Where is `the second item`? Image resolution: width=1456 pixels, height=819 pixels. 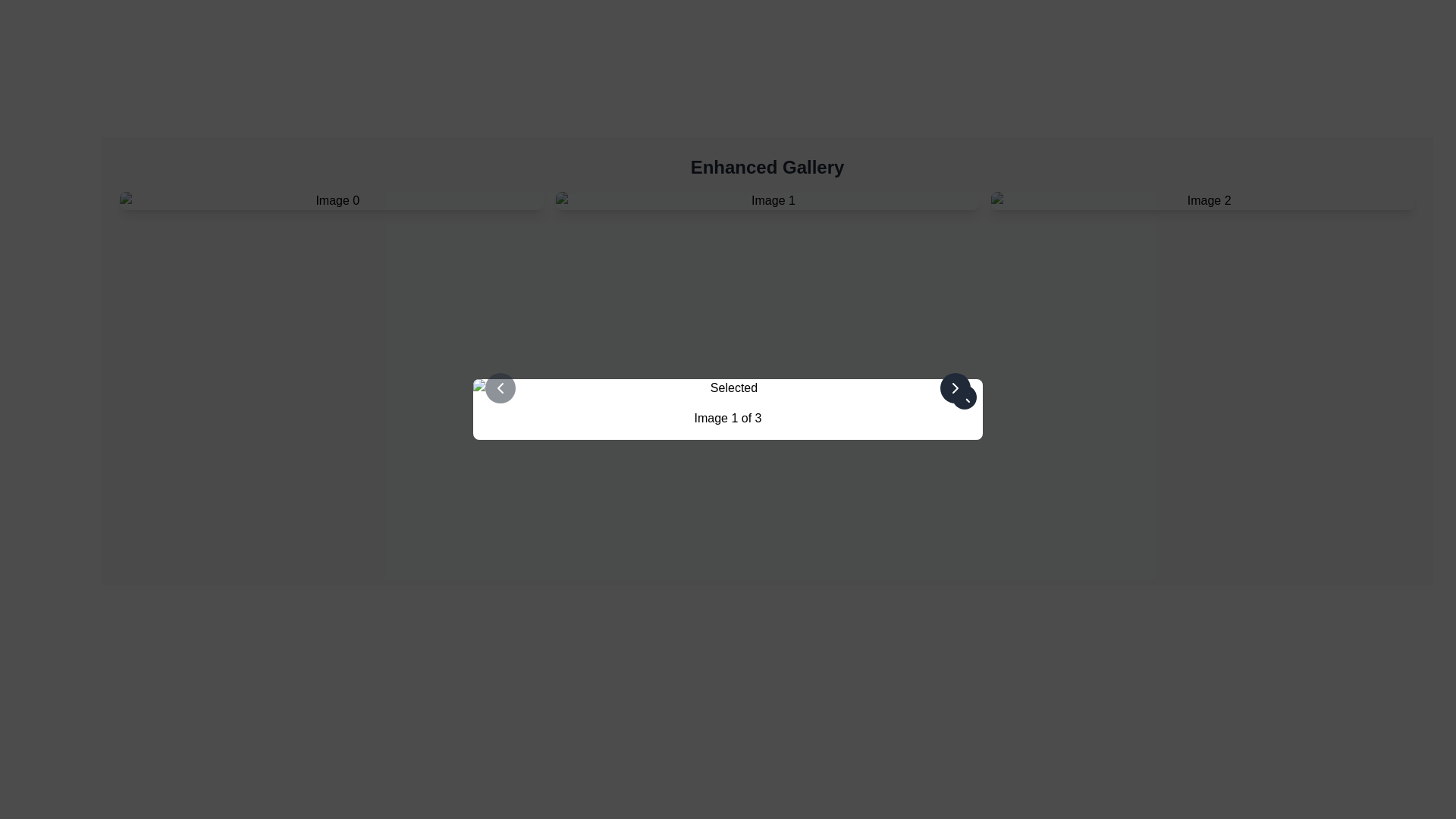
the second item is located at coordinates (767, 200).